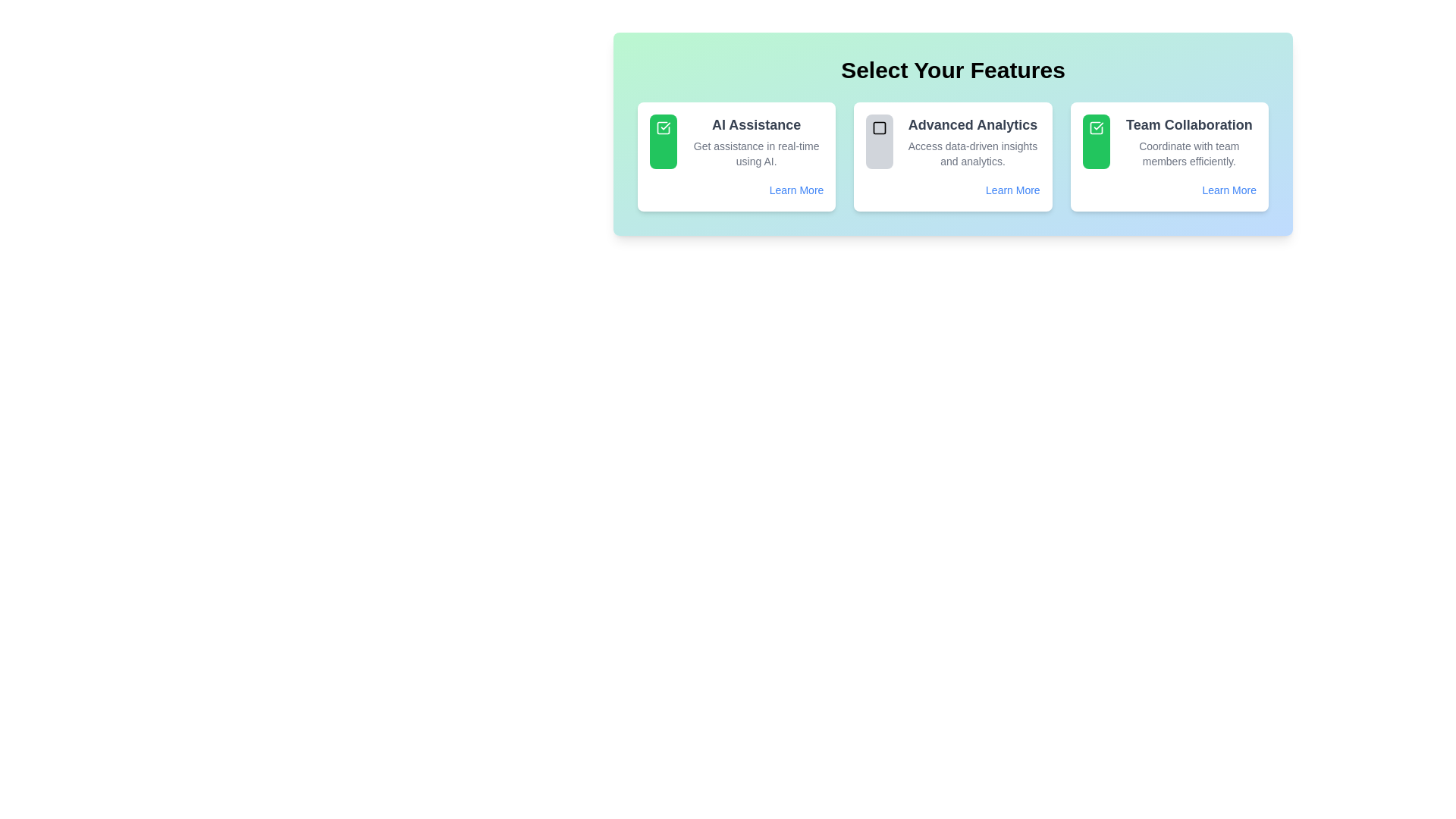 Image resolution: width=1456 pixels, height=819 pixels. I want to click on the green rectangular Indication button with a checkmark icon, located in the upper-left quadrant of the first feature card next to the text 'AI Assistance', so click(663, 141).